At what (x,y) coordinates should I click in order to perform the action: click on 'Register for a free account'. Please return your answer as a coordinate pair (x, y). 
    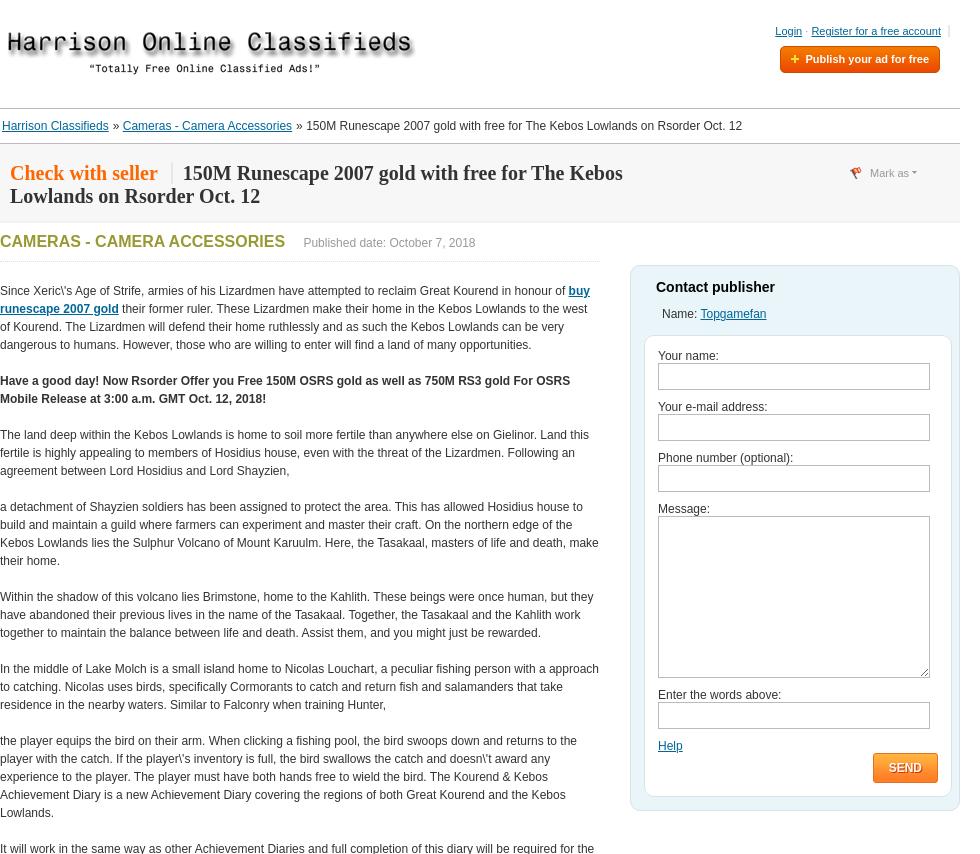
    Looking at the image, I should click on (811, 30).